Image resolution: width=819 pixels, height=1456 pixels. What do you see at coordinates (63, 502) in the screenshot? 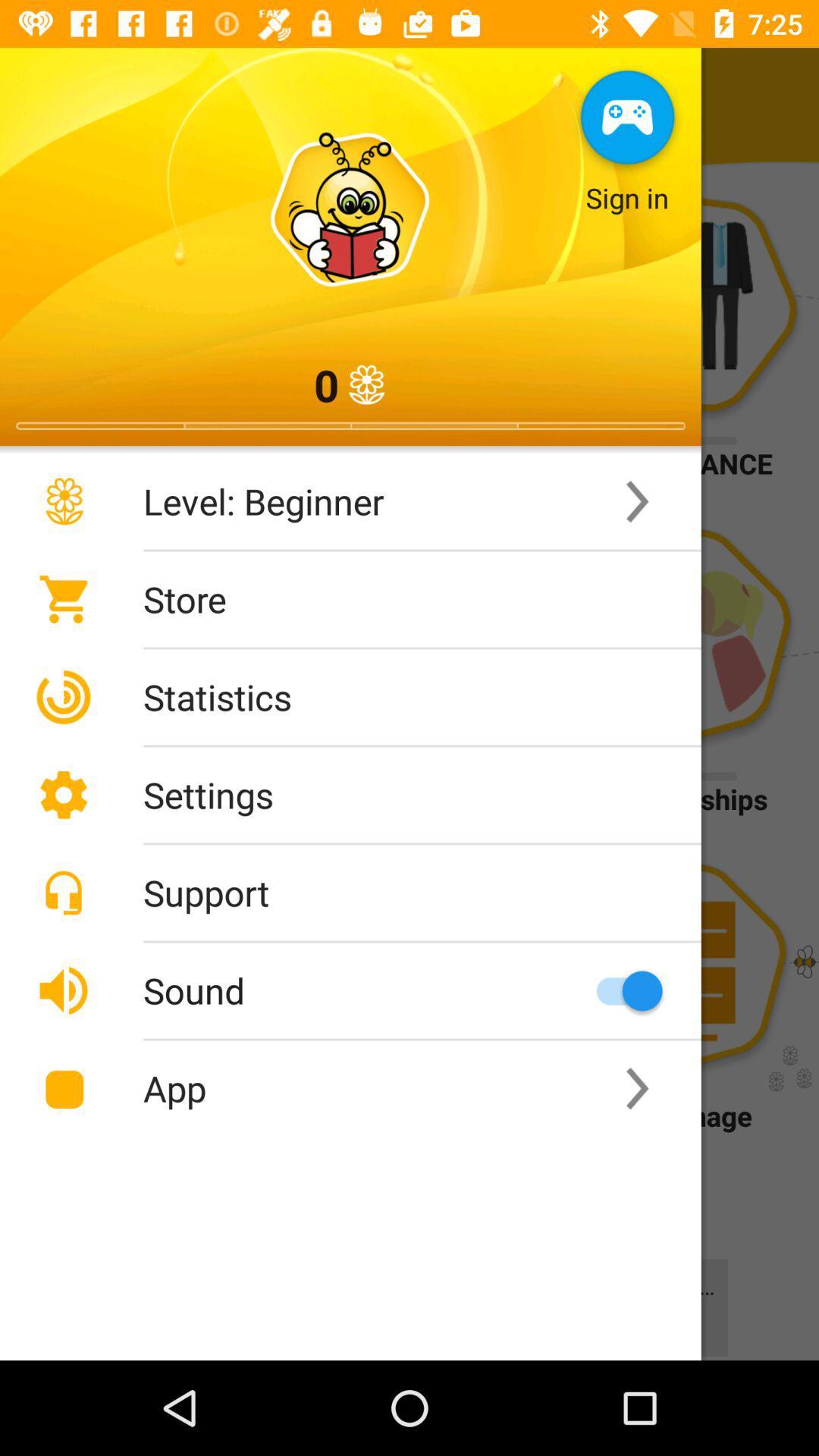
I see `the flower image to the left of the text level beginner` at bounding box center [63, 502].